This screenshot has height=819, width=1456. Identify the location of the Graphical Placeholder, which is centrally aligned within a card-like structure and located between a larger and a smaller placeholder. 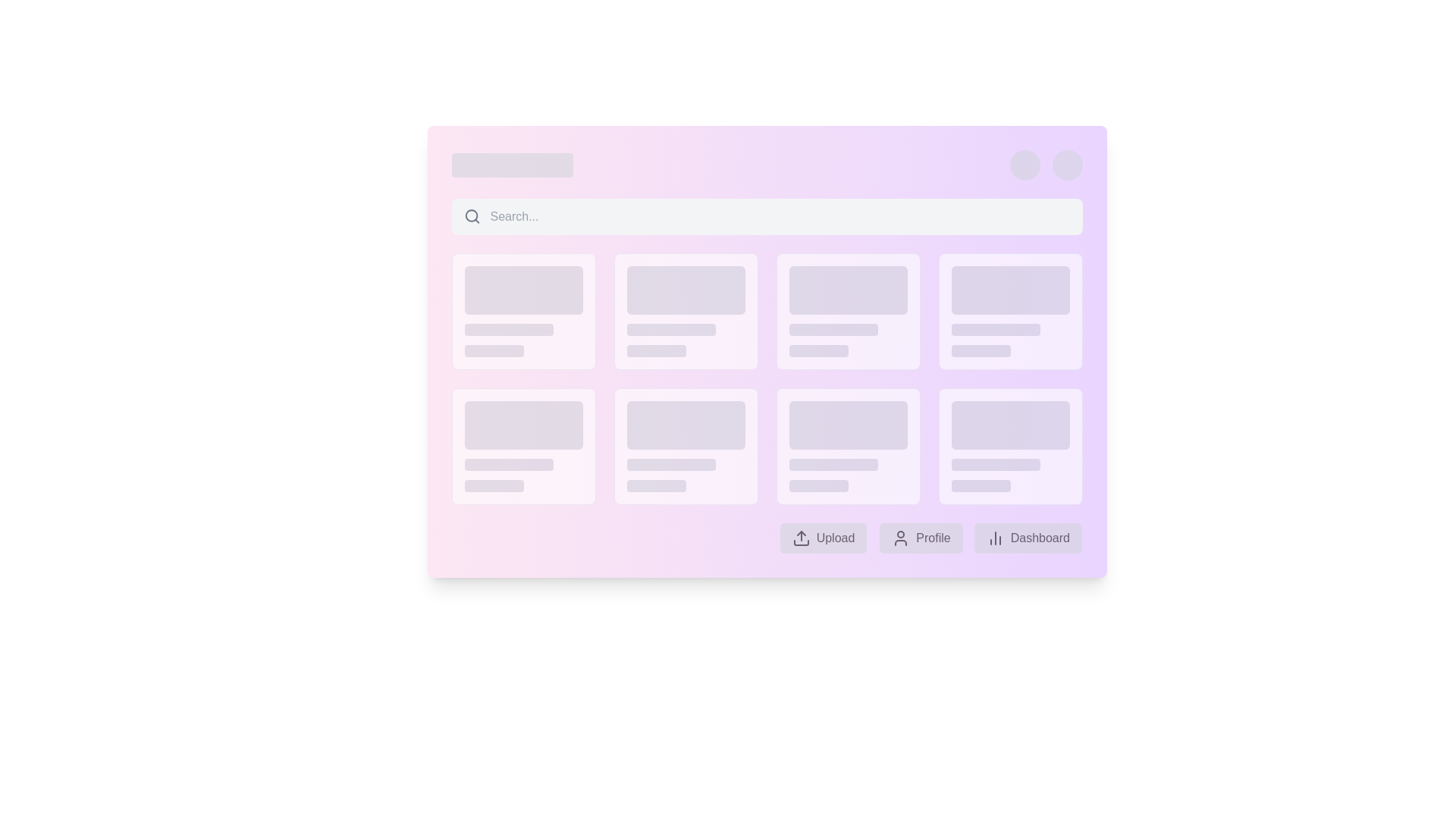
(509, 464).